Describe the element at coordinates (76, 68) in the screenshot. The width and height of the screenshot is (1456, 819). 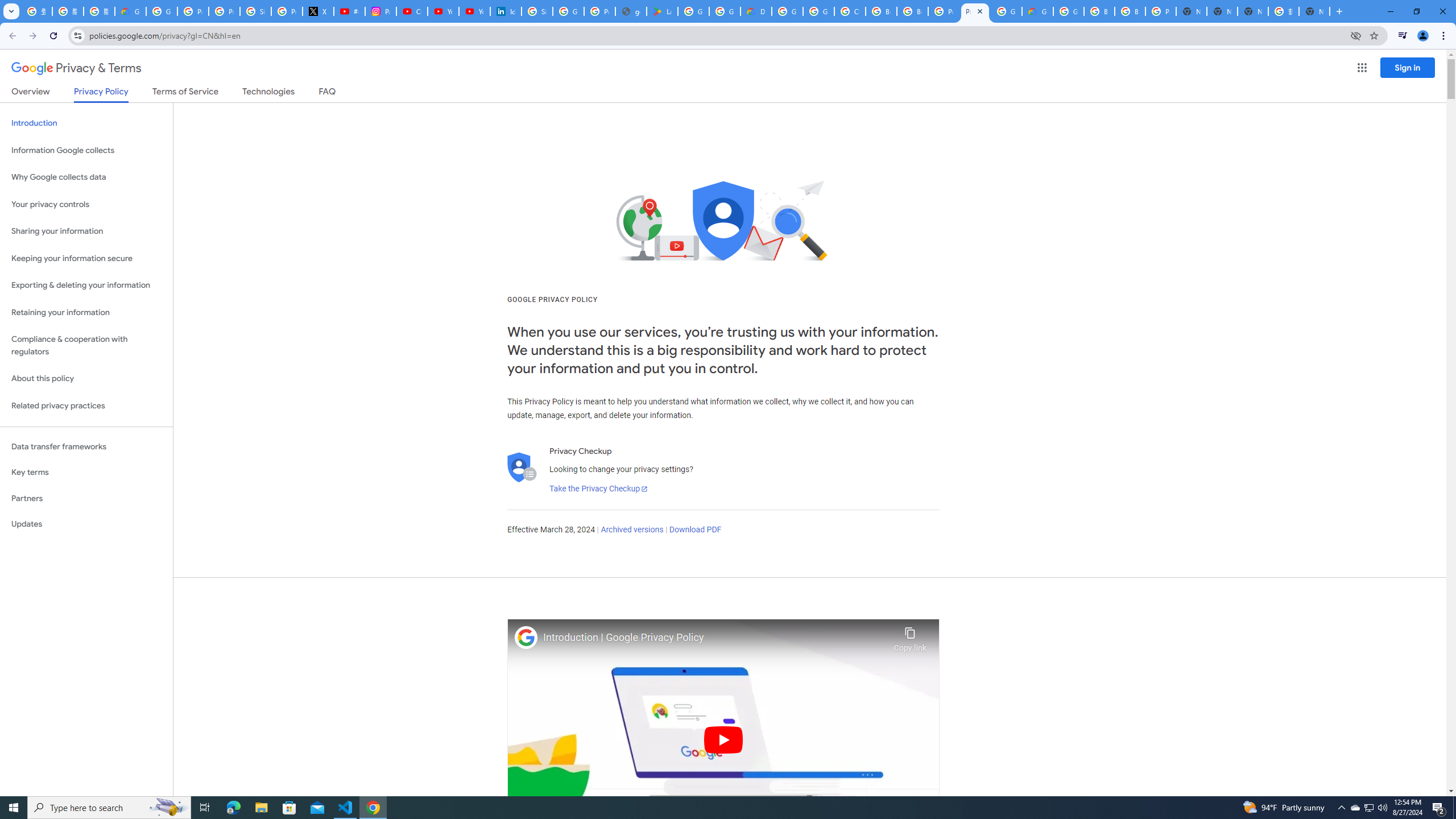
I see `'Privacy & Terms'` at that location.